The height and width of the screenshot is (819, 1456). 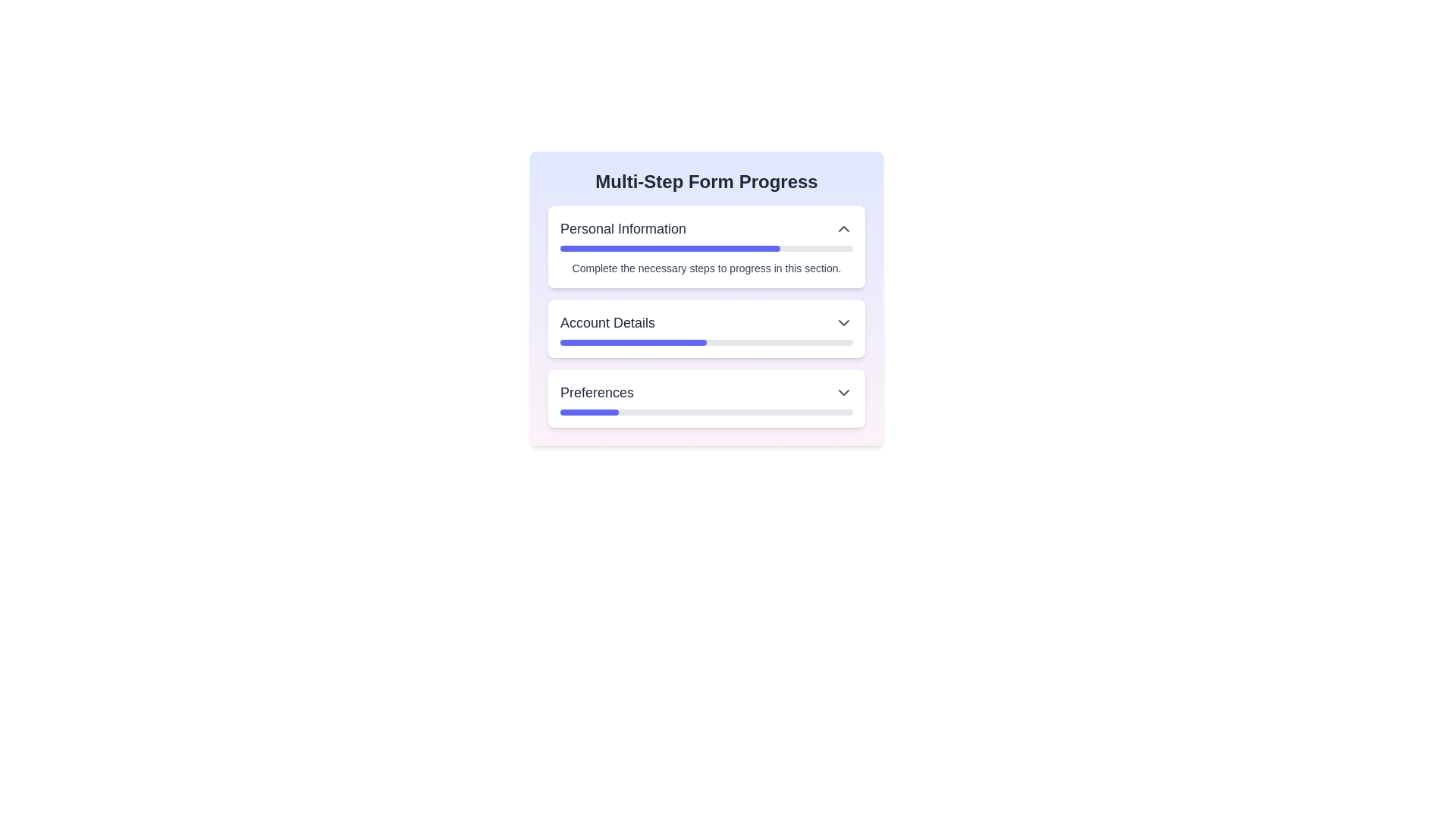 What do you see at coordinates (705, 412) in the screenshot?
I see `the progress bar located at the bottom of the 'Preferences' section, directly beneath the 'Preferences' label and dropdown icon` at bounding box center [705, 412].